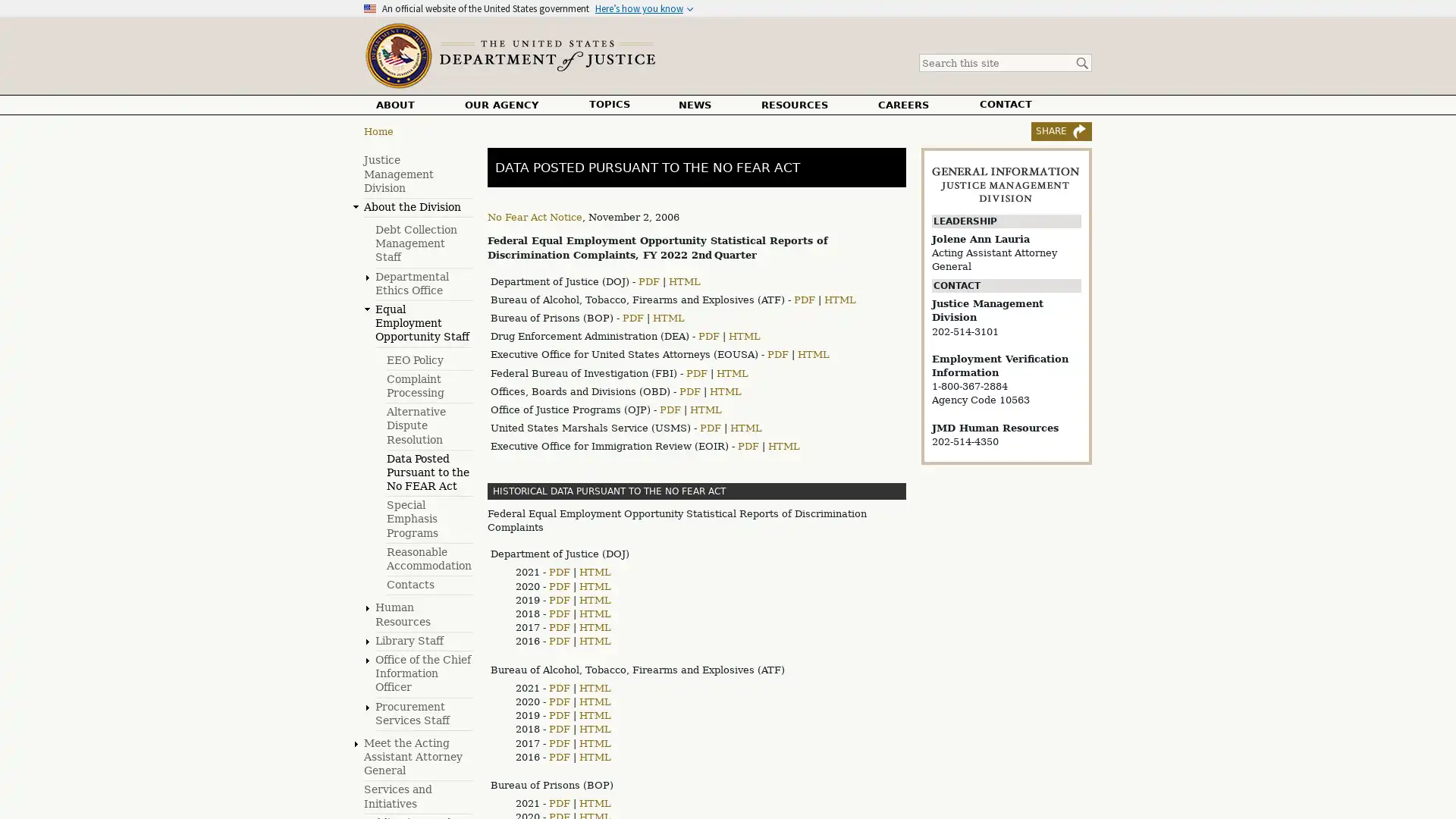 The height and width of the screenshot is (819, 1456). Describe the element at coordinates (1081, 63) in the screenshot. I see `Search` at that location.